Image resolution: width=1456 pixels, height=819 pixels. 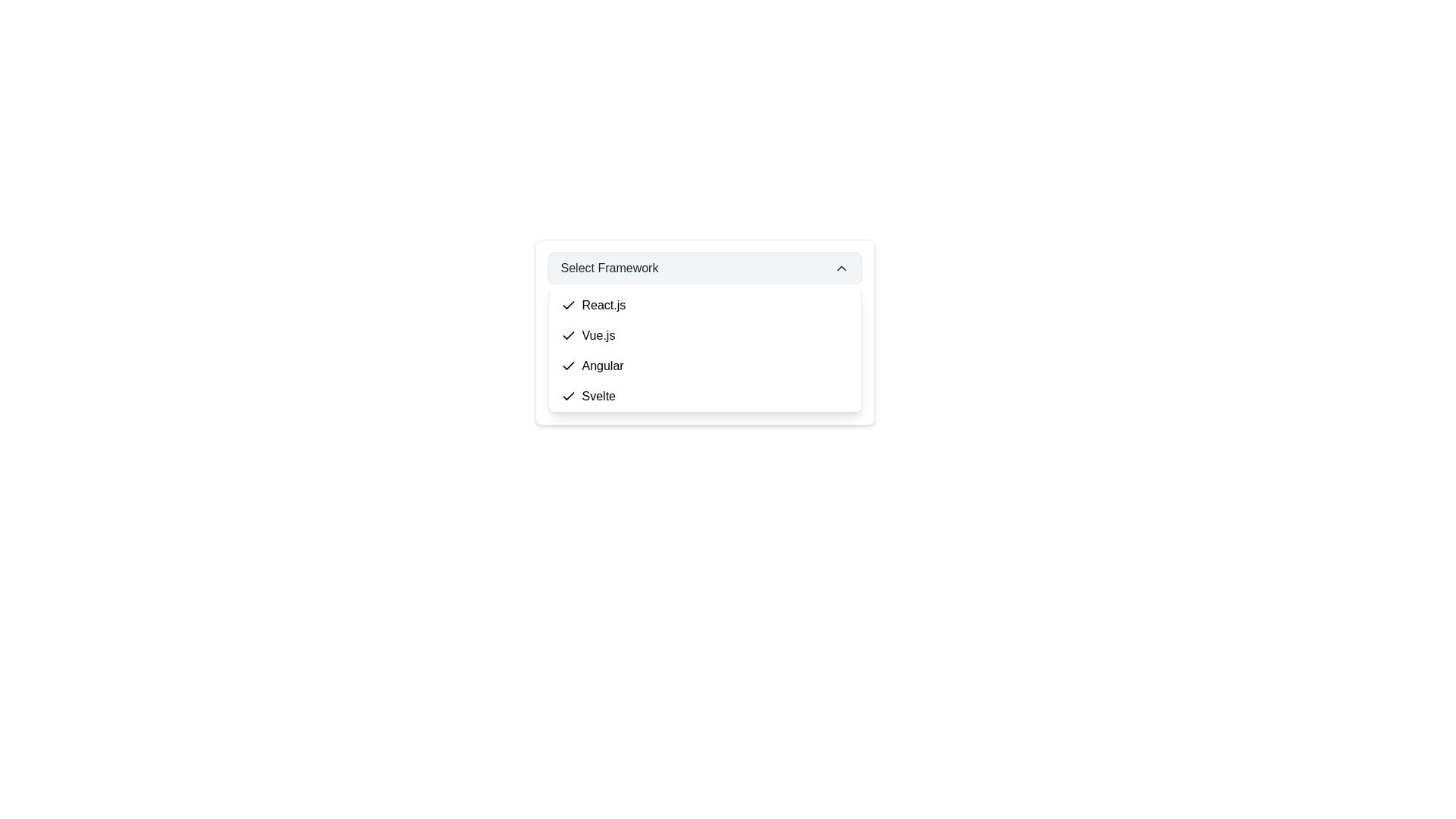 I want to click on the checkmark icon next to the text 'React.js' in the 'Select Framework' dropdown menu, so click(x=567, y=305).